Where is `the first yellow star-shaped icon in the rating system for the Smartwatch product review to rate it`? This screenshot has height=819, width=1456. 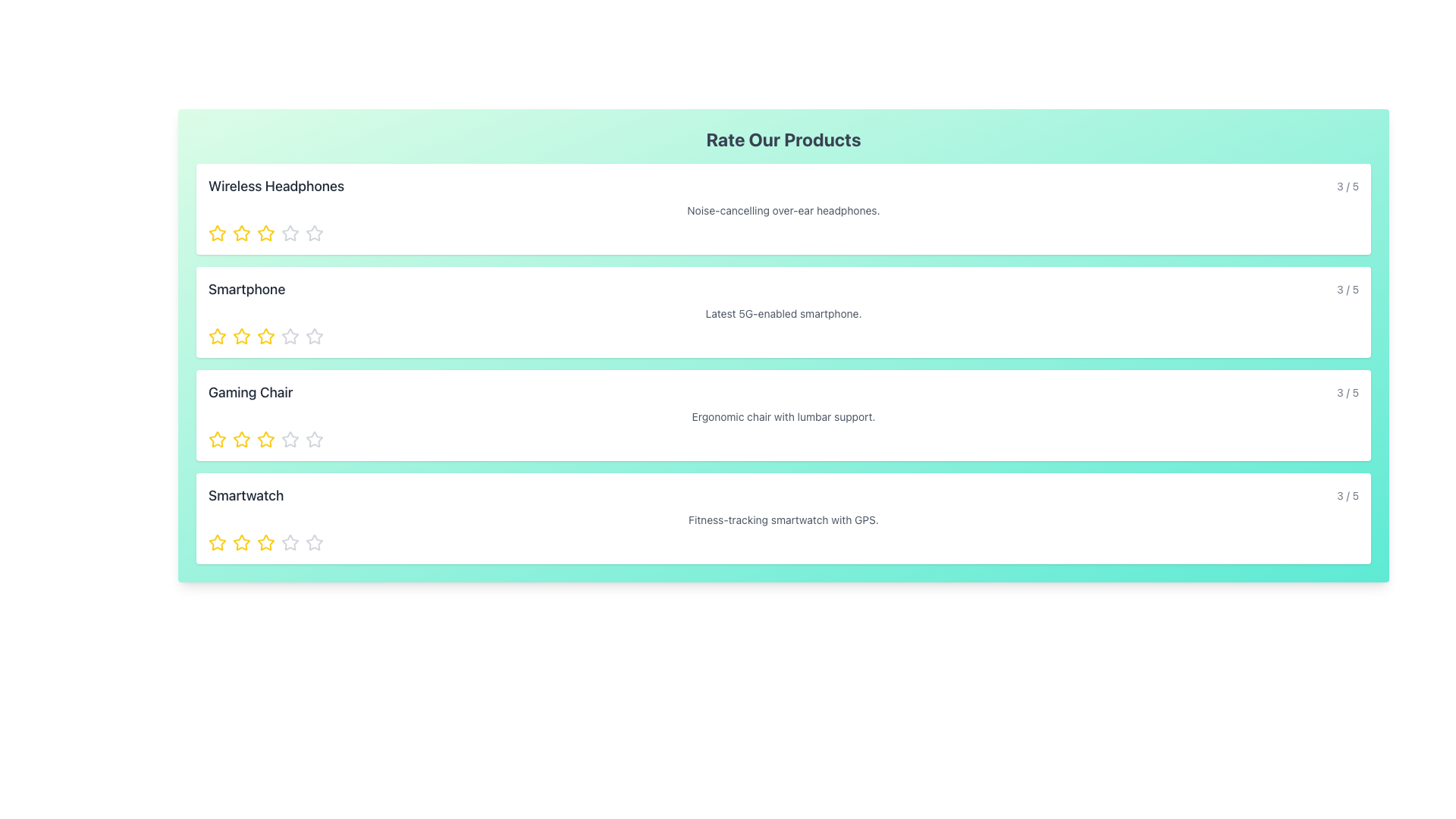 the first yellow star-shaped icon in the rating system for the Smartwatch product review to rate it is located at coordinates (217, 542).